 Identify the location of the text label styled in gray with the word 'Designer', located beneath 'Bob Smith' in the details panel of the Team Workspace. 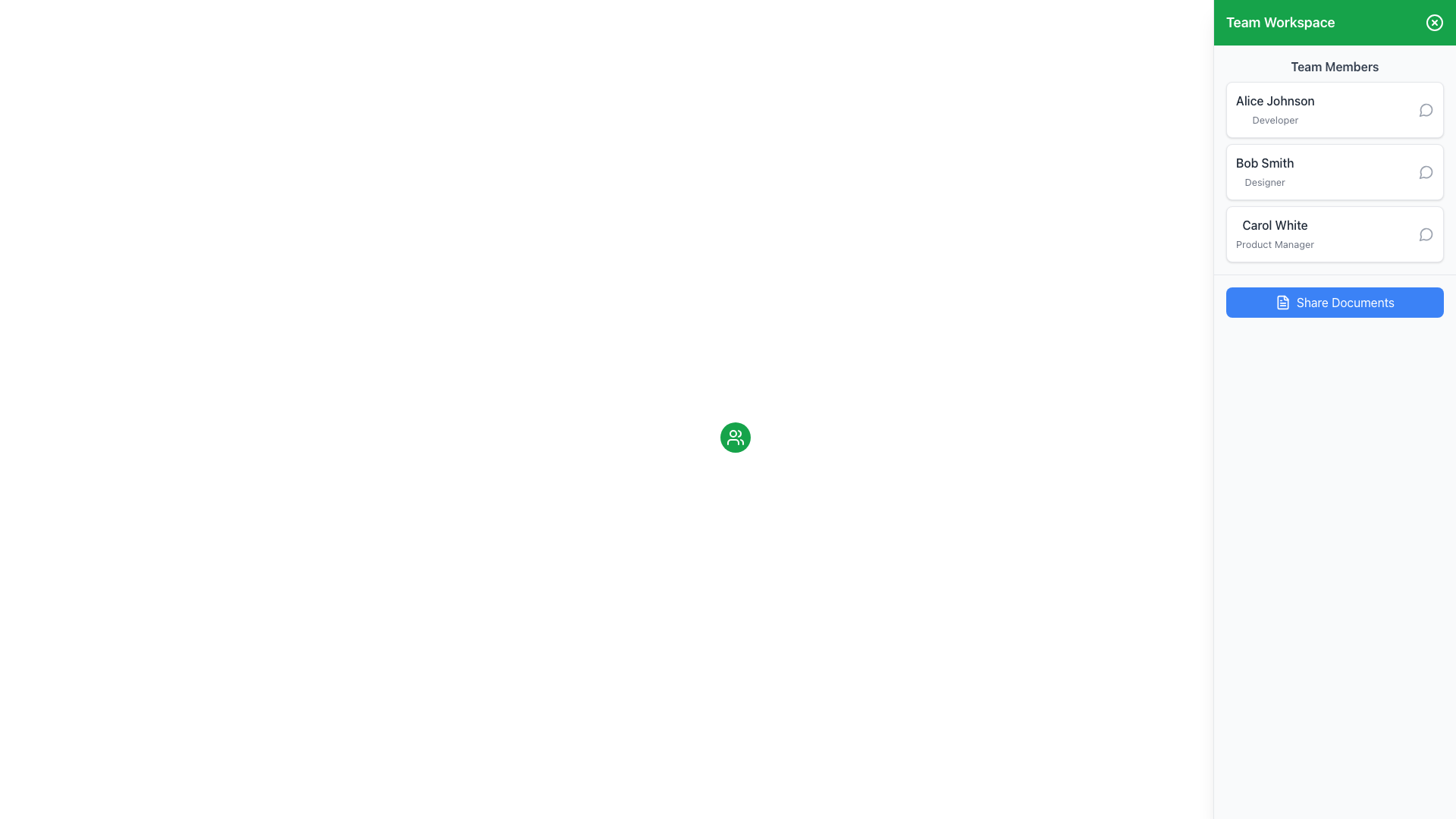
(1265, 181).